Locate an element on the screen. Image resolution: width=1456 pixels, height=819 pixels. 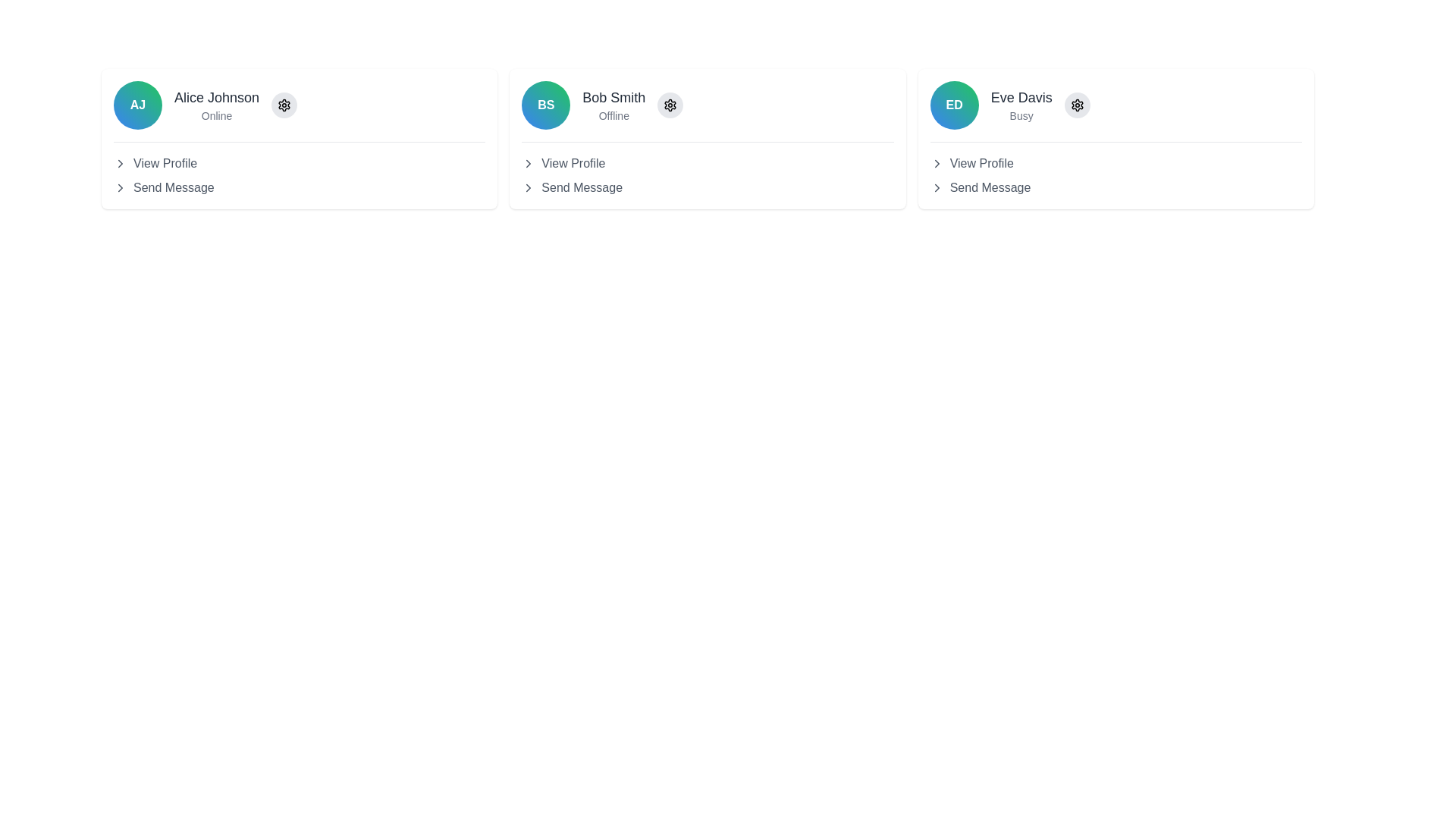
the 'chevron-right' icon located to the left of the text 'View Profile' in the profile card section for user Alice Johnson is located at coordinates (119, 164).